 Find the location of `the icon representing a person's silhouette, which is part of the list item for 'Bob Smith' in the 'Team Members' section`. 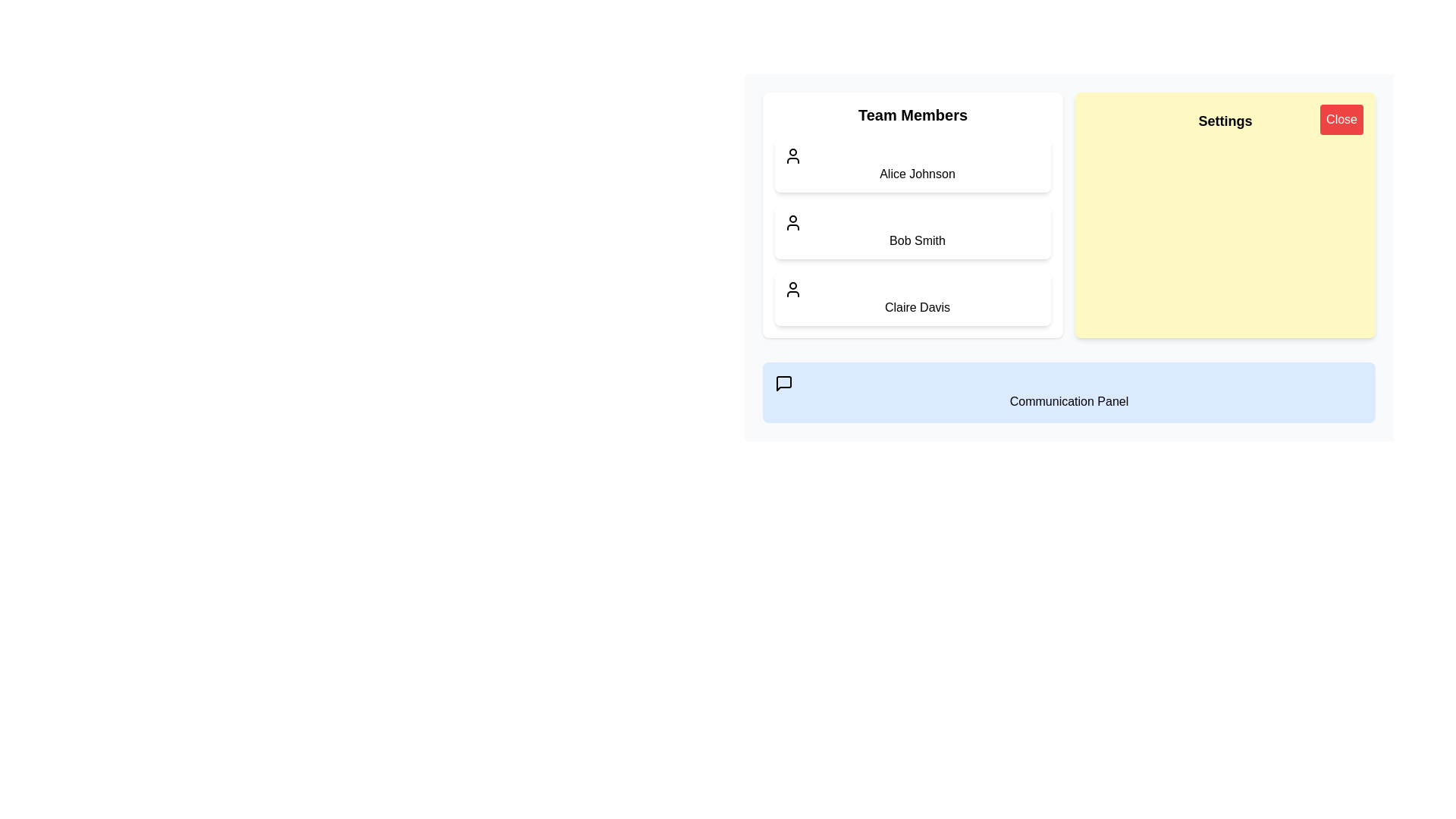

the icon representing a person's silhouette, which is part of the list item for 'Bob Smith' in the 'Team Members' section is located at coordinates (792, 222).